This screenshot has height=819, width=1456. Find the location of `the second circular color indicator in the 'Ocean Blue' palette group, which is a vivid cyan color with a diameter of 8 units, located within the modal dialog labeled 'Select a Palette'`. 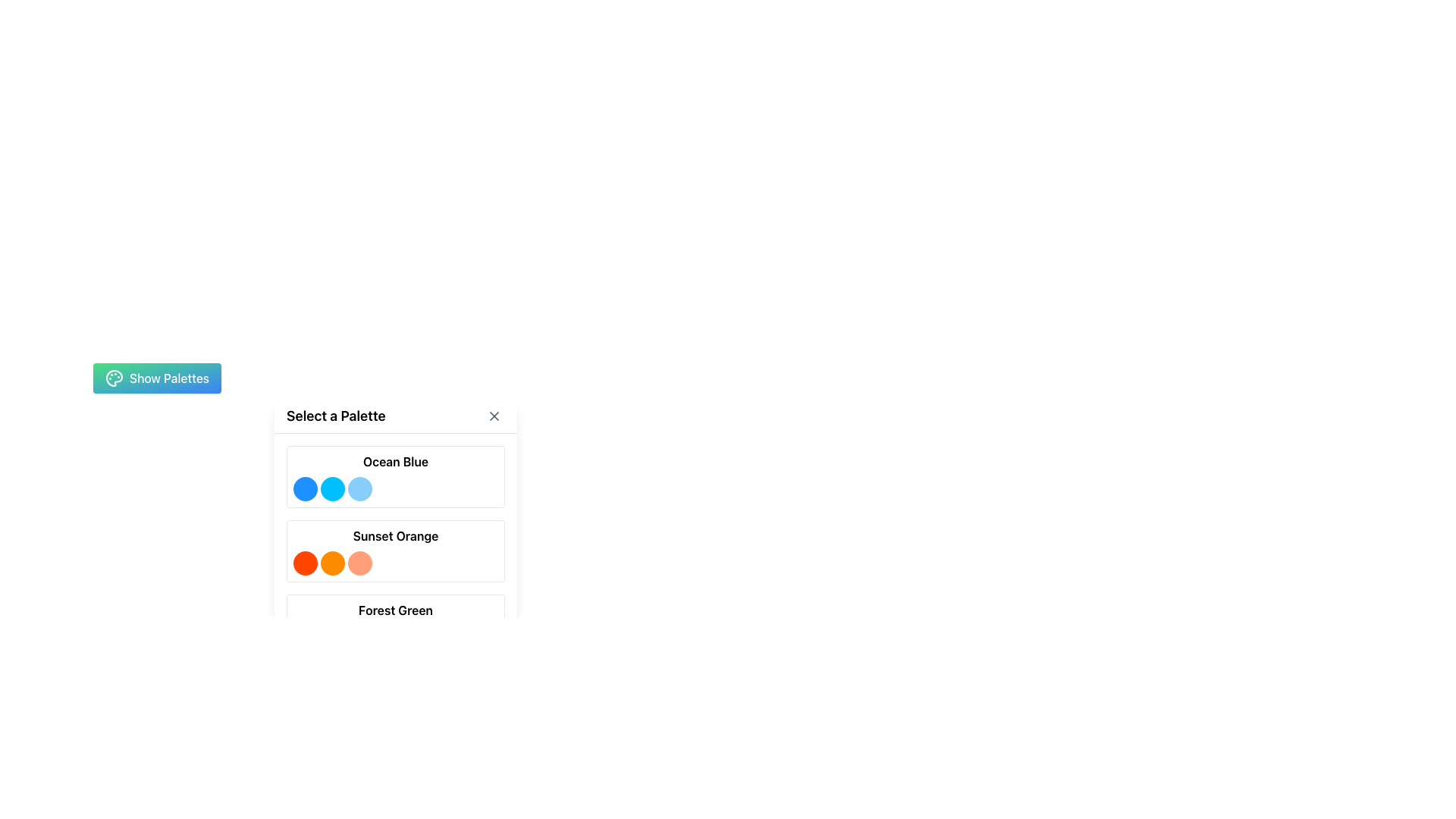

the second circular color indicator in the 'Ocean Blue' palette group, which is a vivid cyan color with a diameter of 8 units, located within the modal dialog labeled 'Select a Palette' is located at coordinates (331, 488).